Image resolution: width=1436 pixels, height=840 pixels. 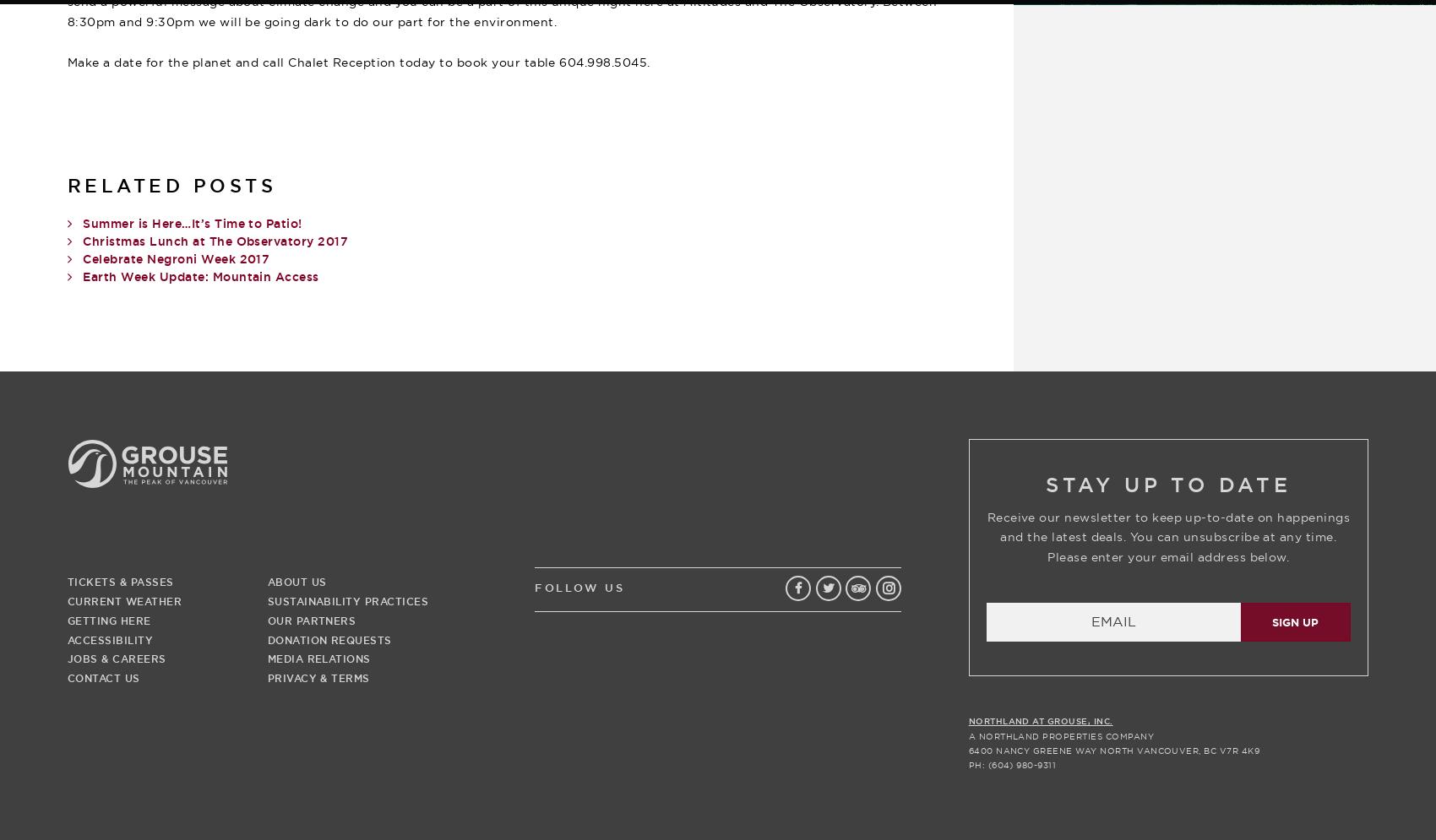 What do you see at coordinates (171, 185) in the screenshot?
I see `'Related Posts'` at bounding box center [171, 185].